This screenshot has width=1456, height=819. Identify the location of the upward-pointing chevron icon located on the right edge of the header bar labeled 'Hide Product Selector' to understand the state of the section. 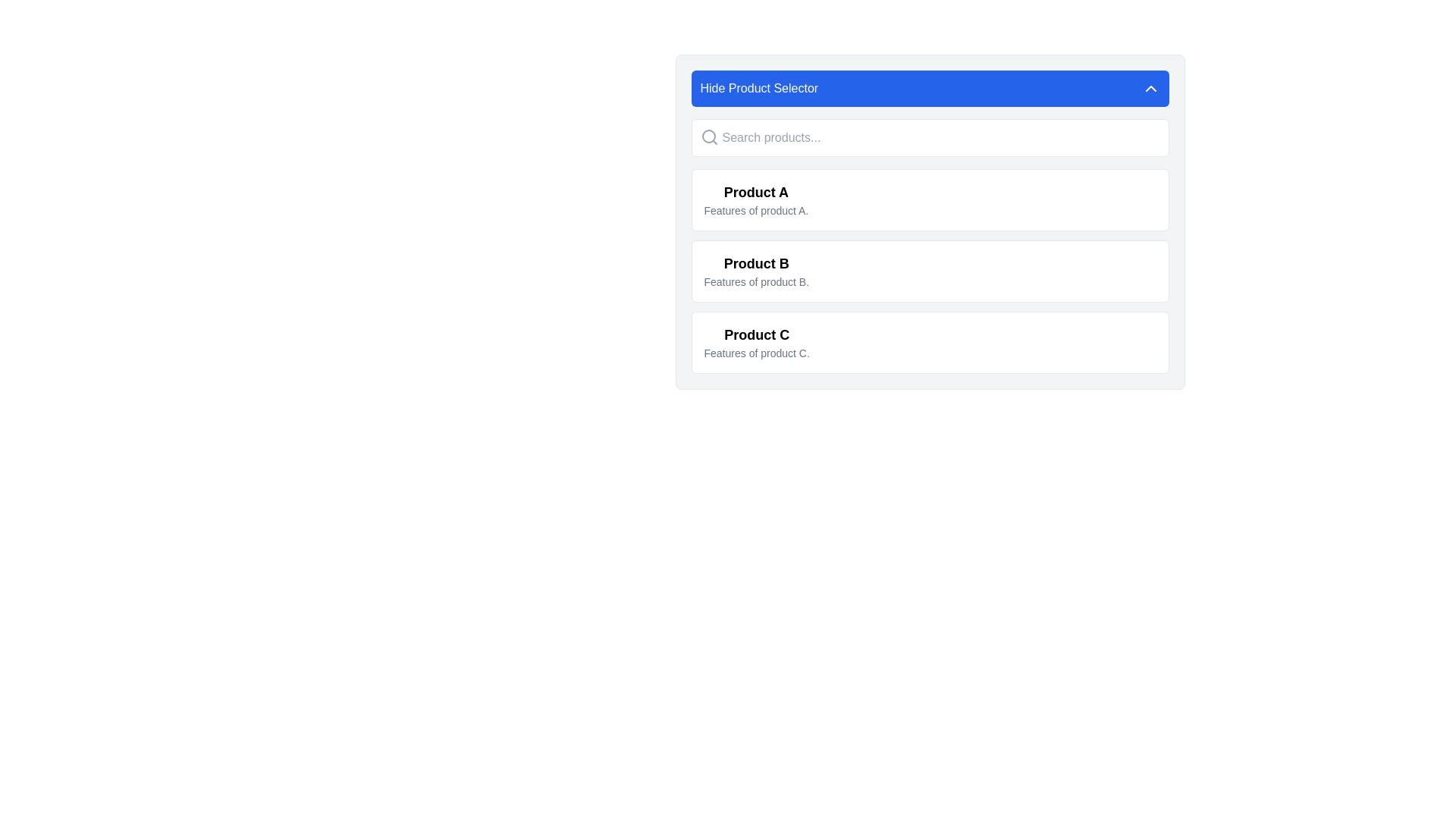
(1150, 88).